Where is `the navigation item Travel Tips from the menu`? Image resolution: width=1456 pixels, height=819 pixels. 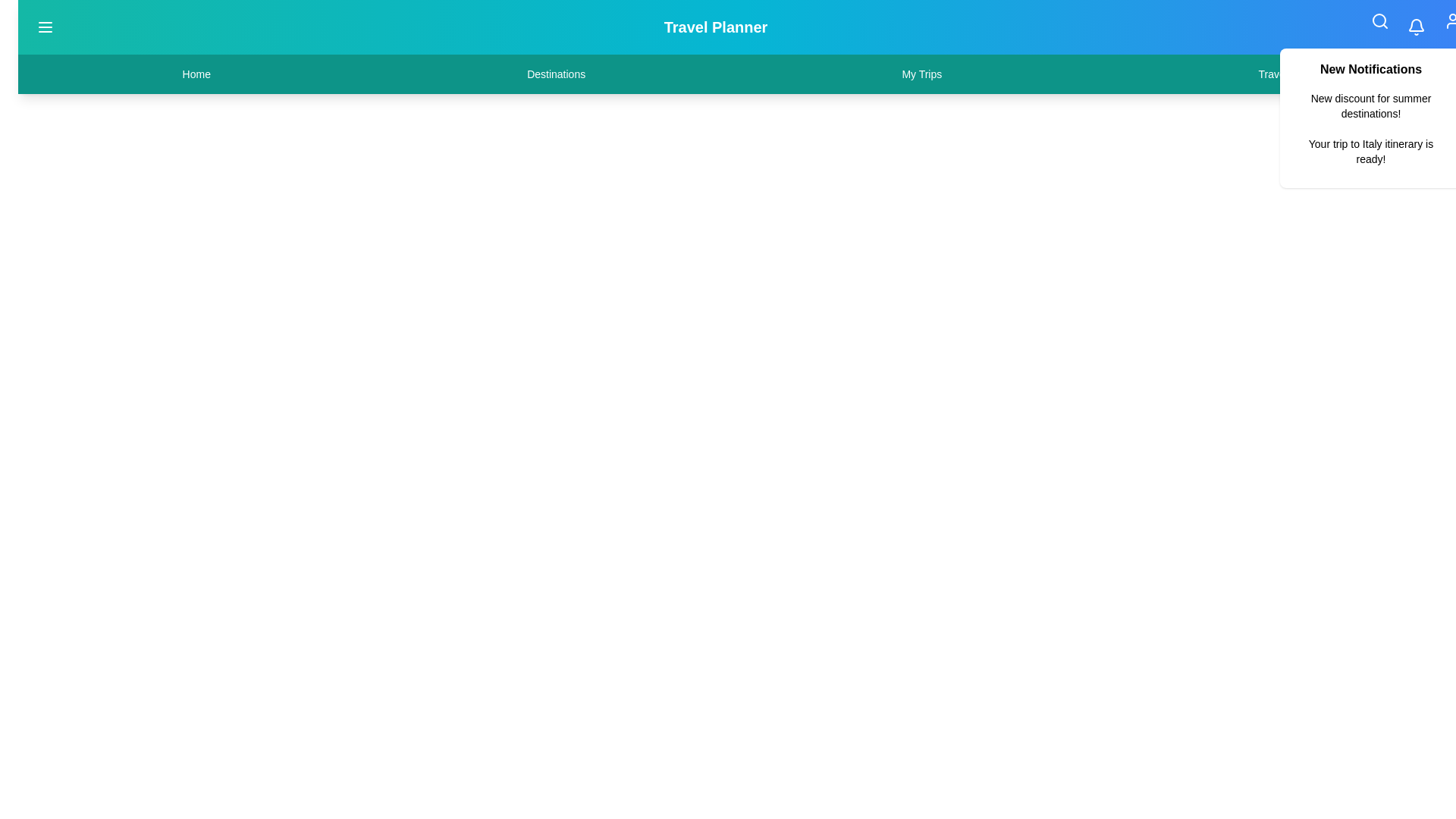 the navigation item Travel Tips from the menu is located at coordinates (1283, 74).